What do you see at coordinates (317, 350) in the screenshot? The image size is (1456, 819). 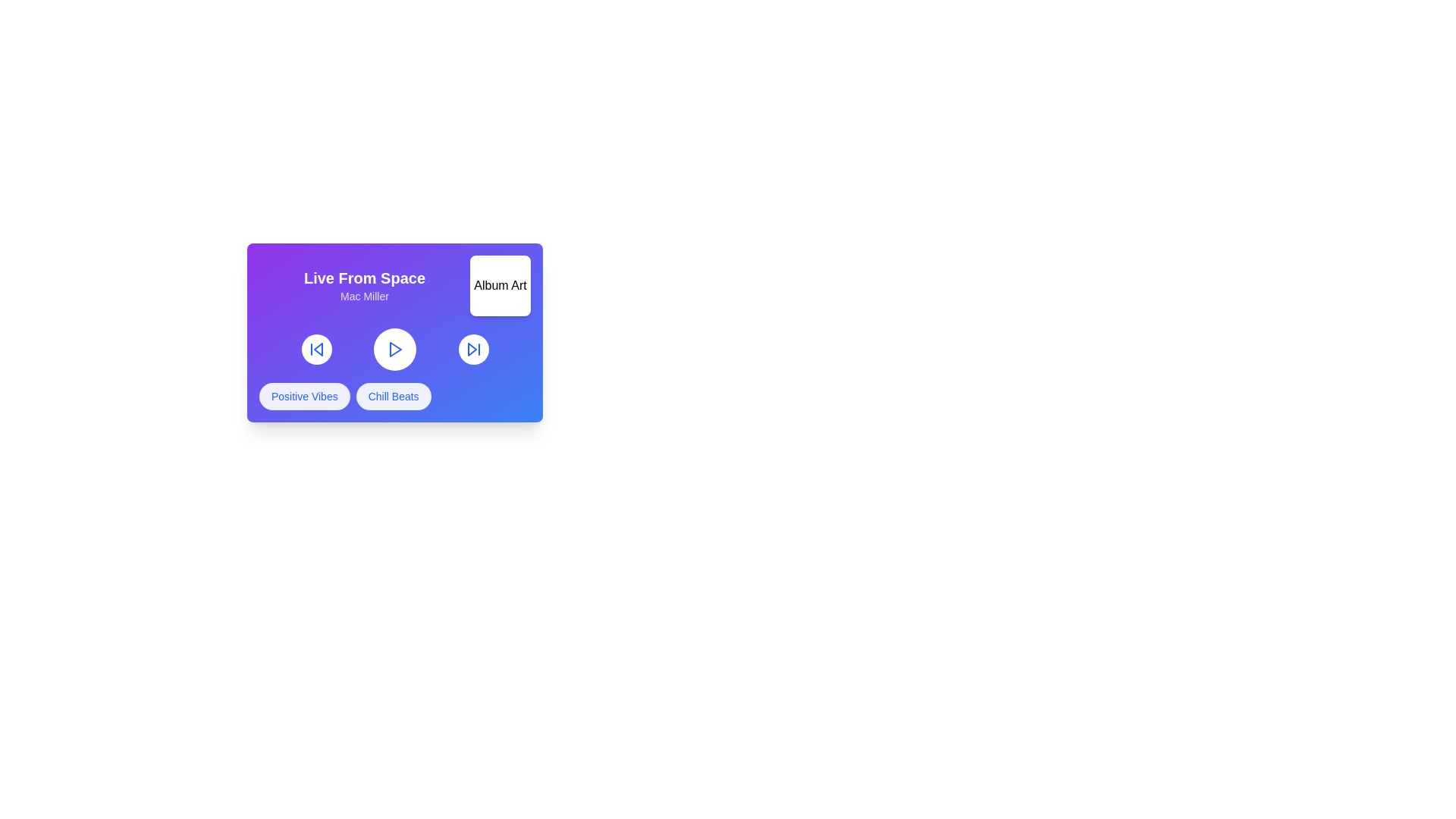 I see `the leftward-pointing triangle icon inside the circular button that represents the backward skip function` at bounding box center [317, 350].